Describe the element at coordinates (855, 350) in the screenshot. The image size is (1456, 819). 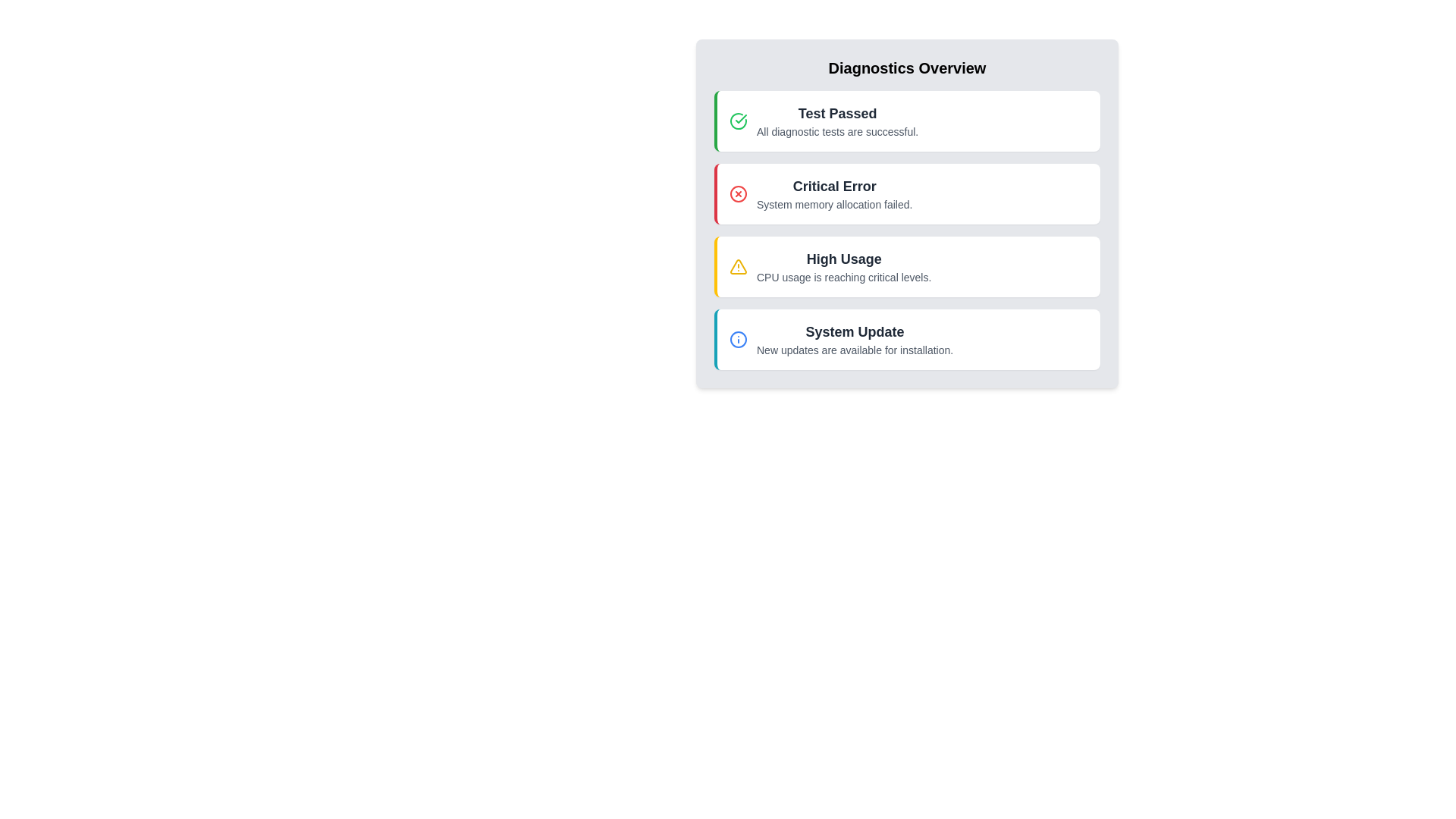
I see `the text message styled in a small gray font that states 'New updates are available for installation,' located beneath the heading 'System Update' in the fourth diagnostic block of the 'Diagnostics Overview' section` at that location.